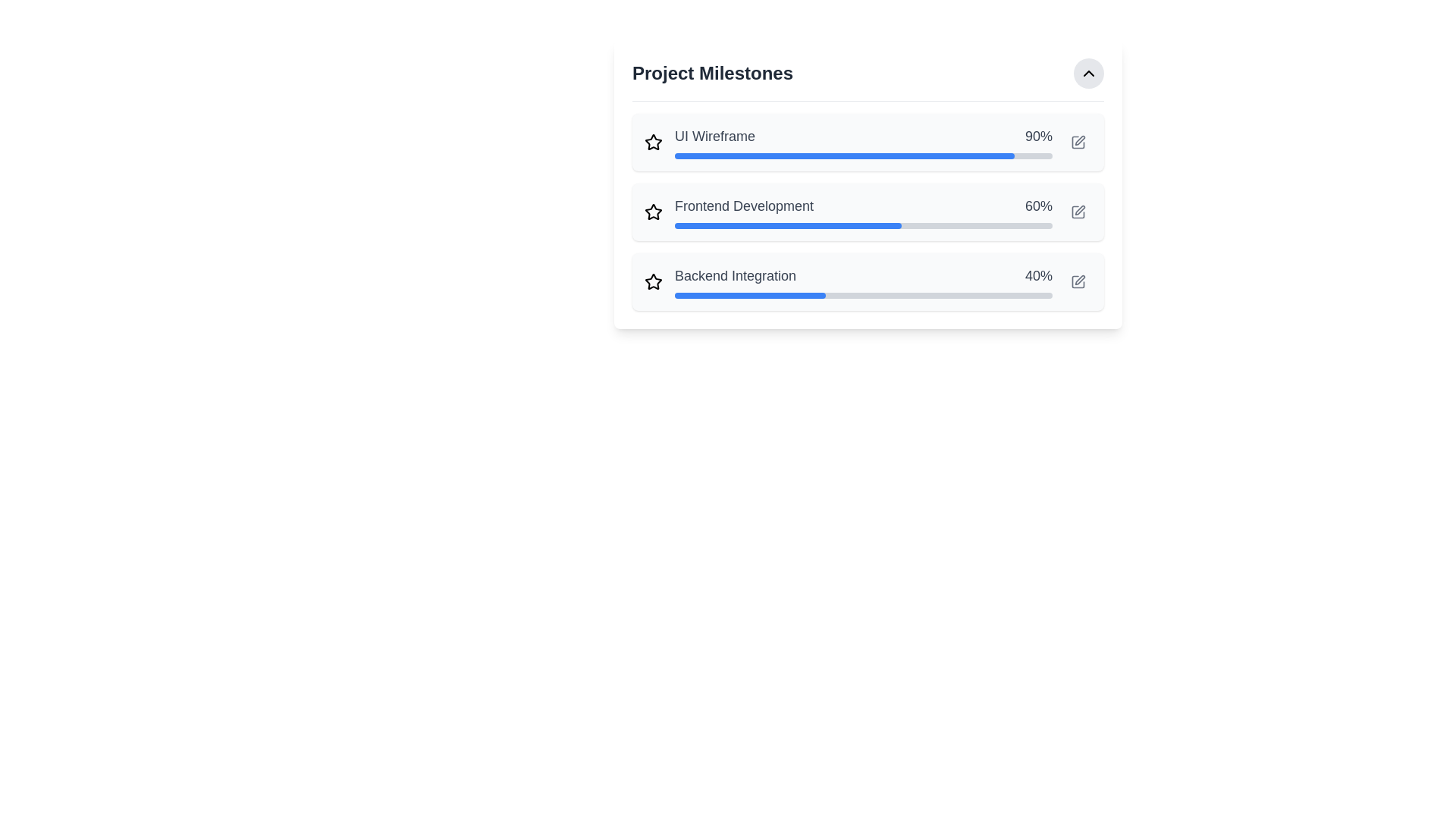  What do you see at coordinates (1077, 212) in the screenshot?
I see `the small geometric icon resembling part of a square or rectangular outline, located within a rounded or square button to the right of the 'Frontend Development' progress bar` at bounding box center [1077, 212].